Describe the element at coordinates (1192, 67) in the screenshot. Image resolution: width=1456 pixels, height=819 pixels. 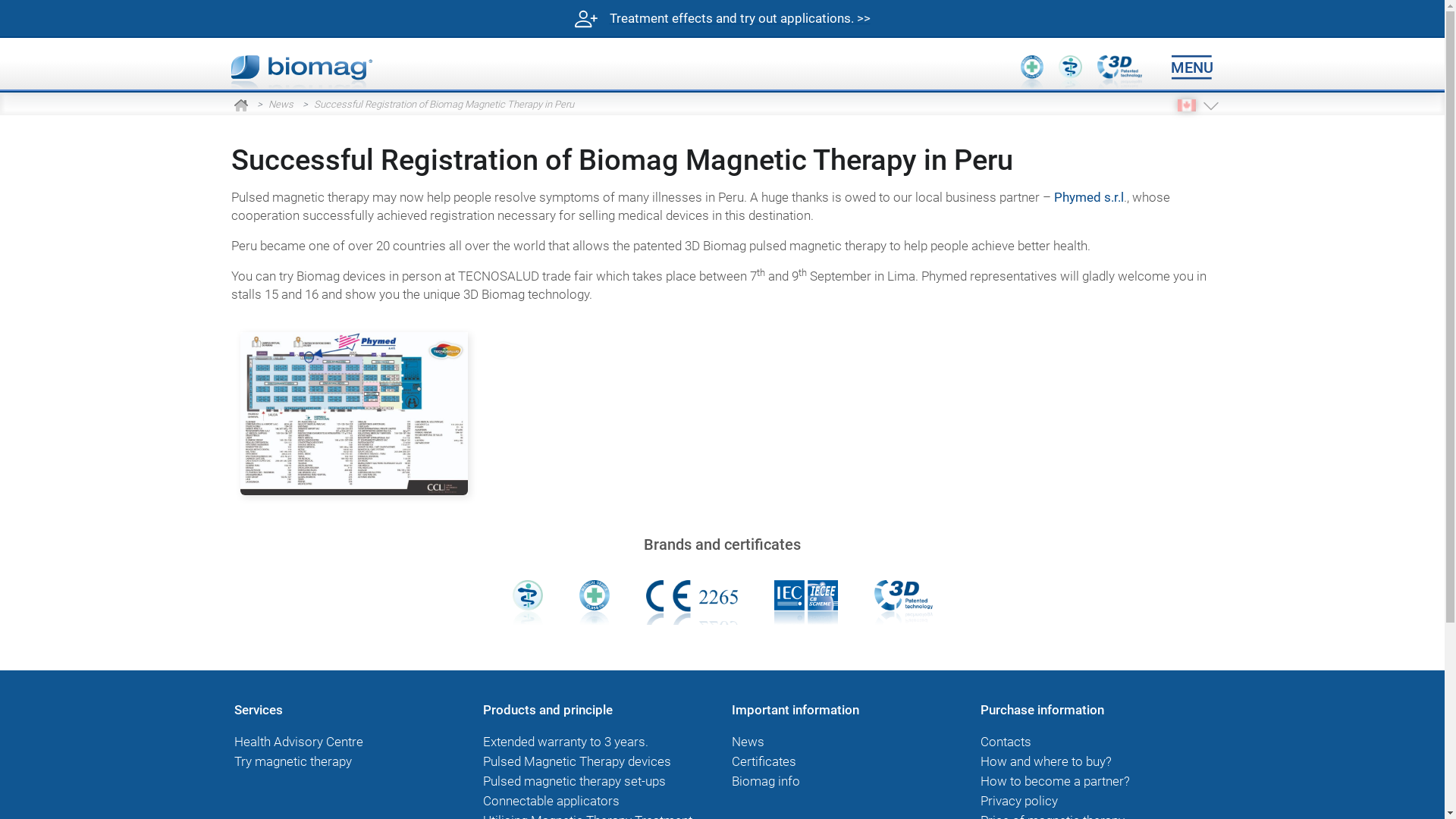
I see `'MENU'` at that location.